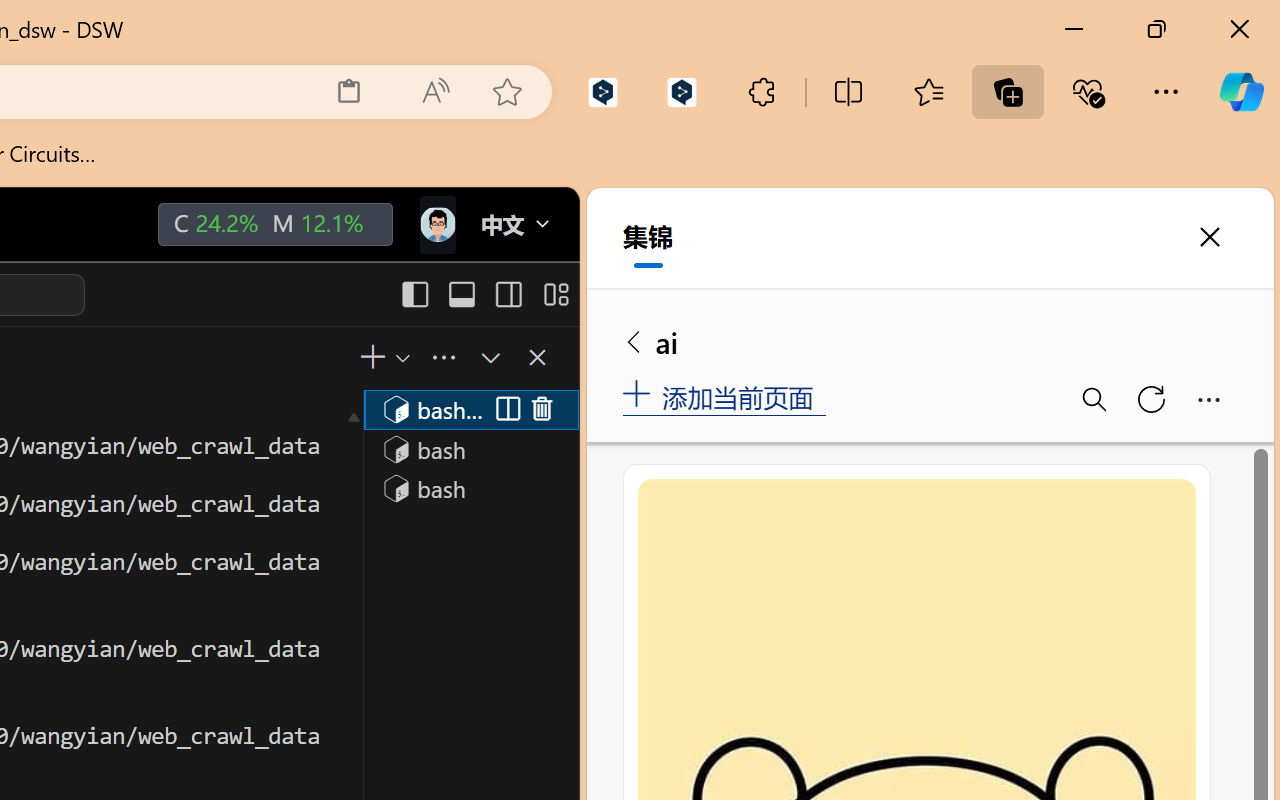 Image resolution: width=1280 pixels, height=800 pixels. What do you see at coordinates (469, 488) in the screenshot?
I see `'Terminal 3 bash'` at bounding box center [469, 488].